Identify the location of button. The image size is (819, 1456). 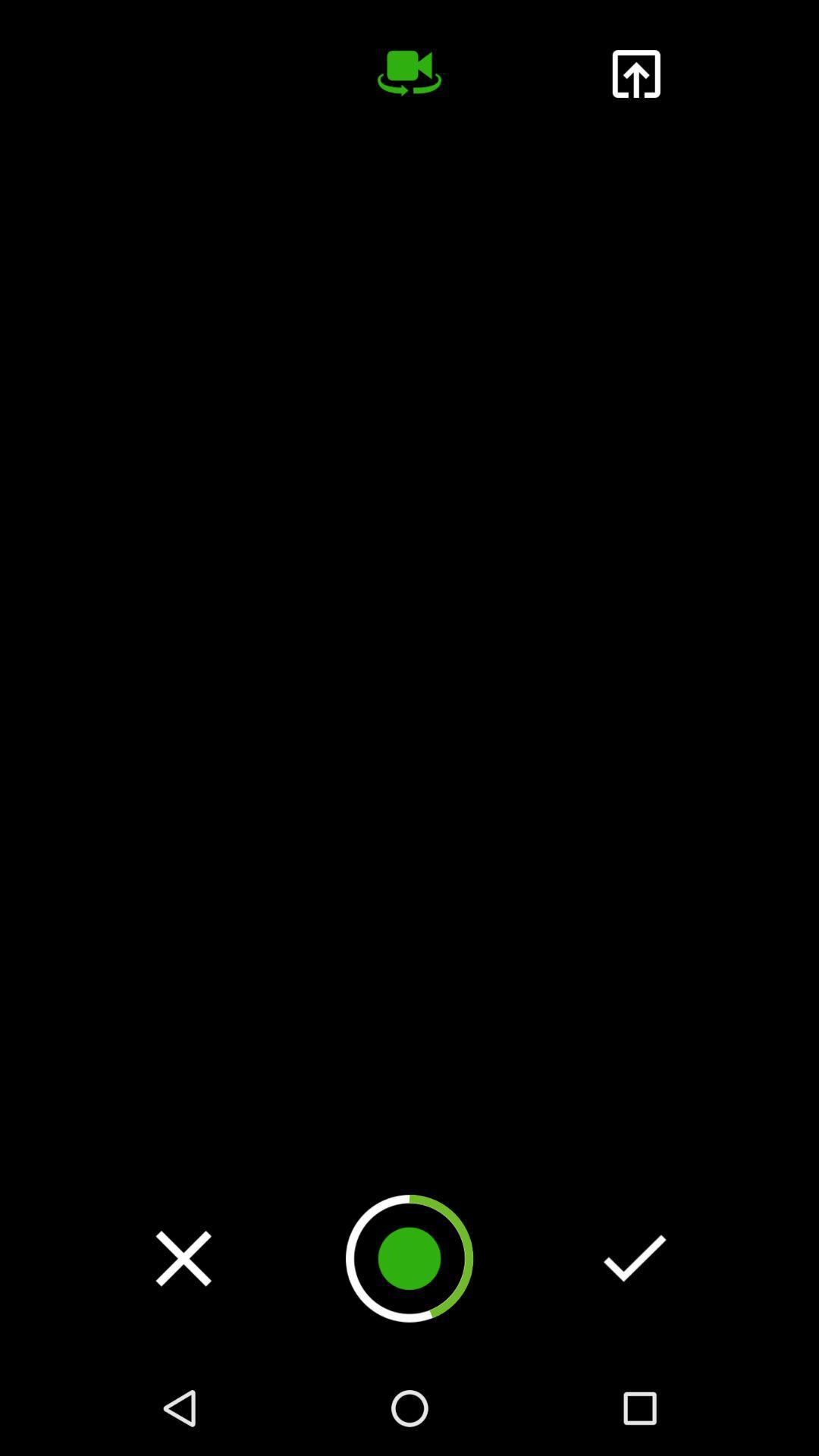
(183, 1258).